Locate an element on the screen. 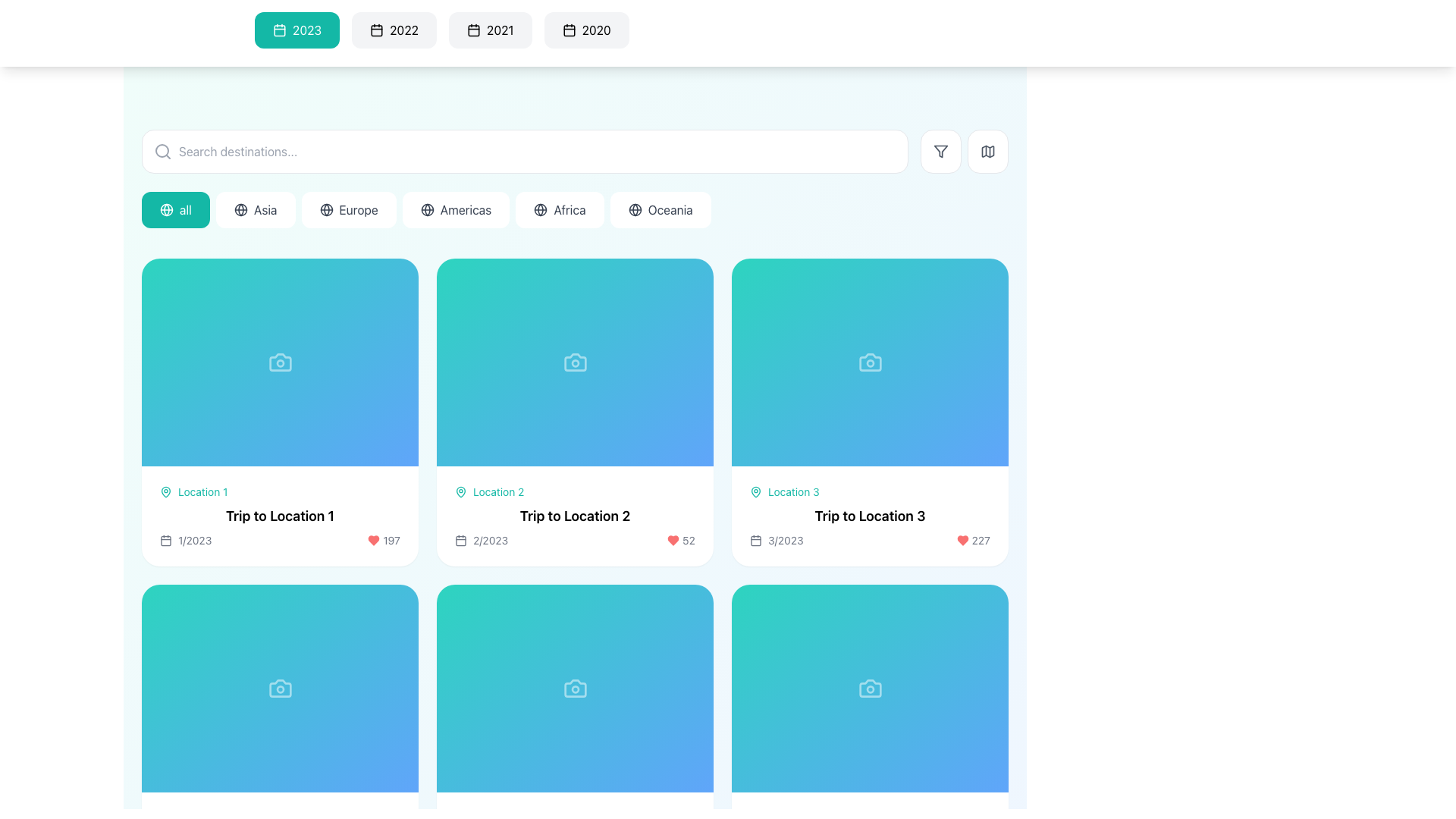  to interact with the button in the button group containing circular buttons with icons, located near the top-right corner of the card labeled 'Trip to Location 2' is located at coordinates (670, 284).